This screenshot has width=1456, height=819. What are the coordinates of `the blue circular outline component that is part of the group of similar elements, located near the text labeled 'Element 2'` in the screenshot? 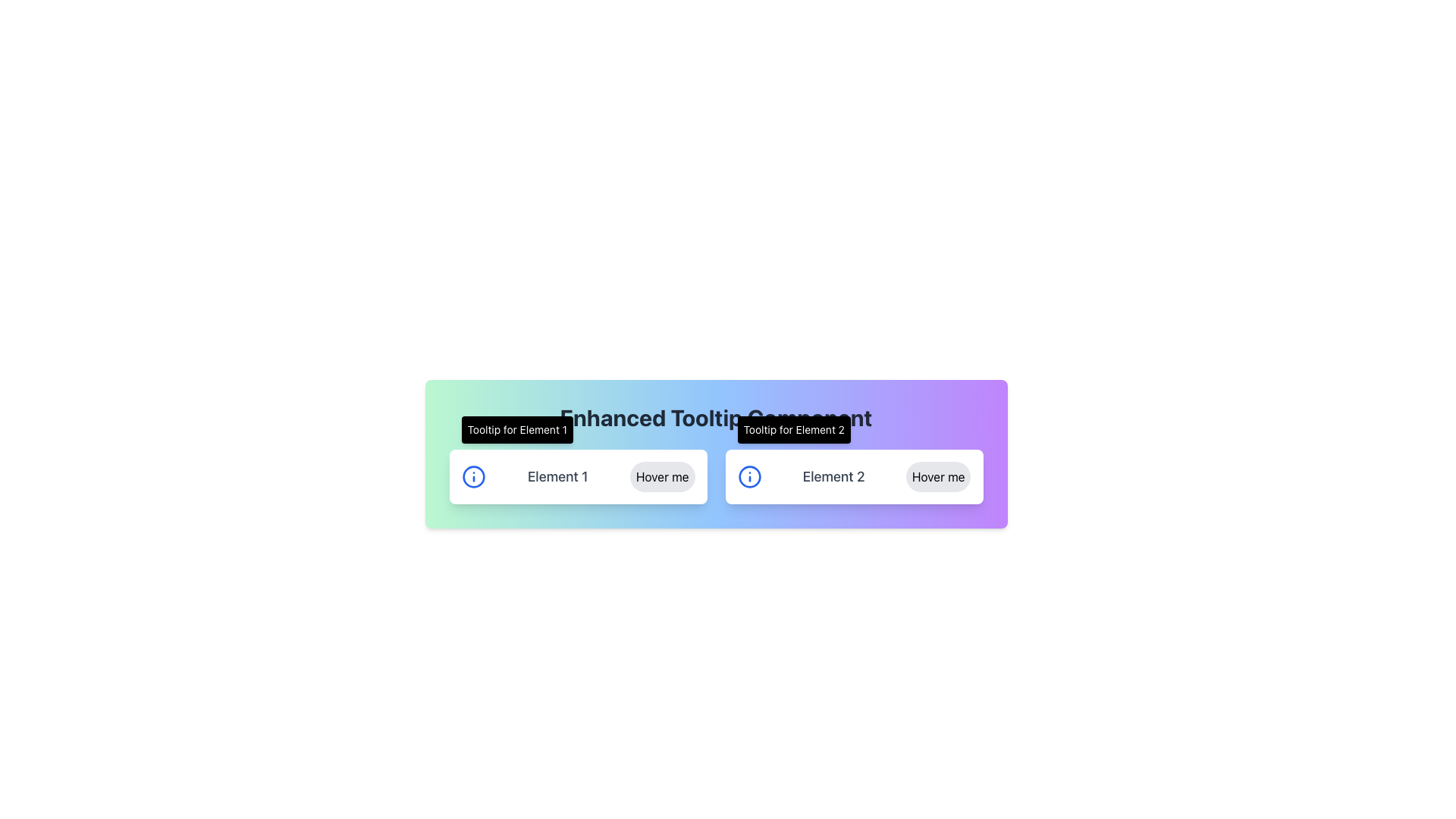 It's located at (749, 475).